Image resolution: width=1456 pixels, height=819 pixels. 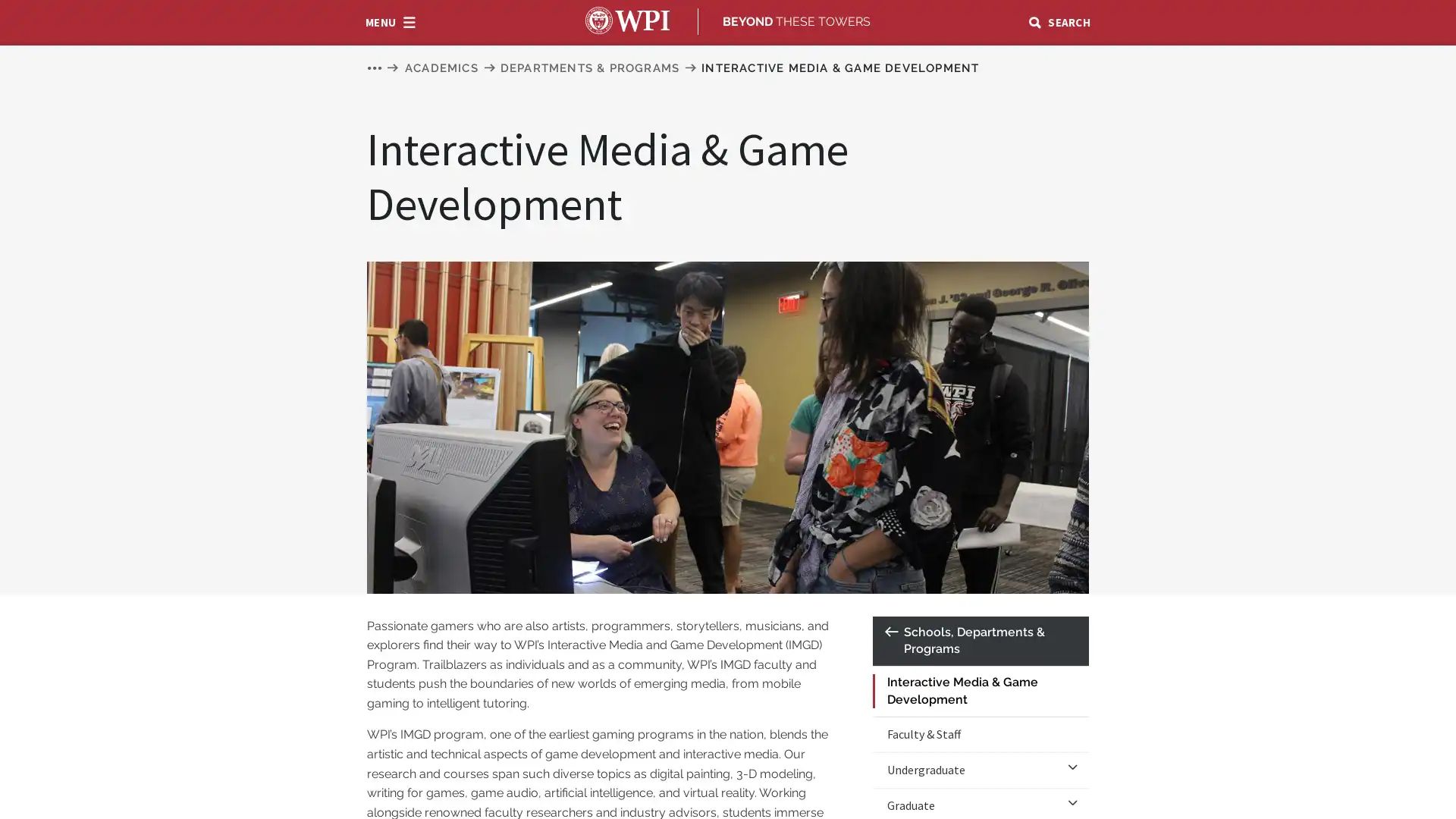 I want to click on MENU, so click(x=391, y=20).